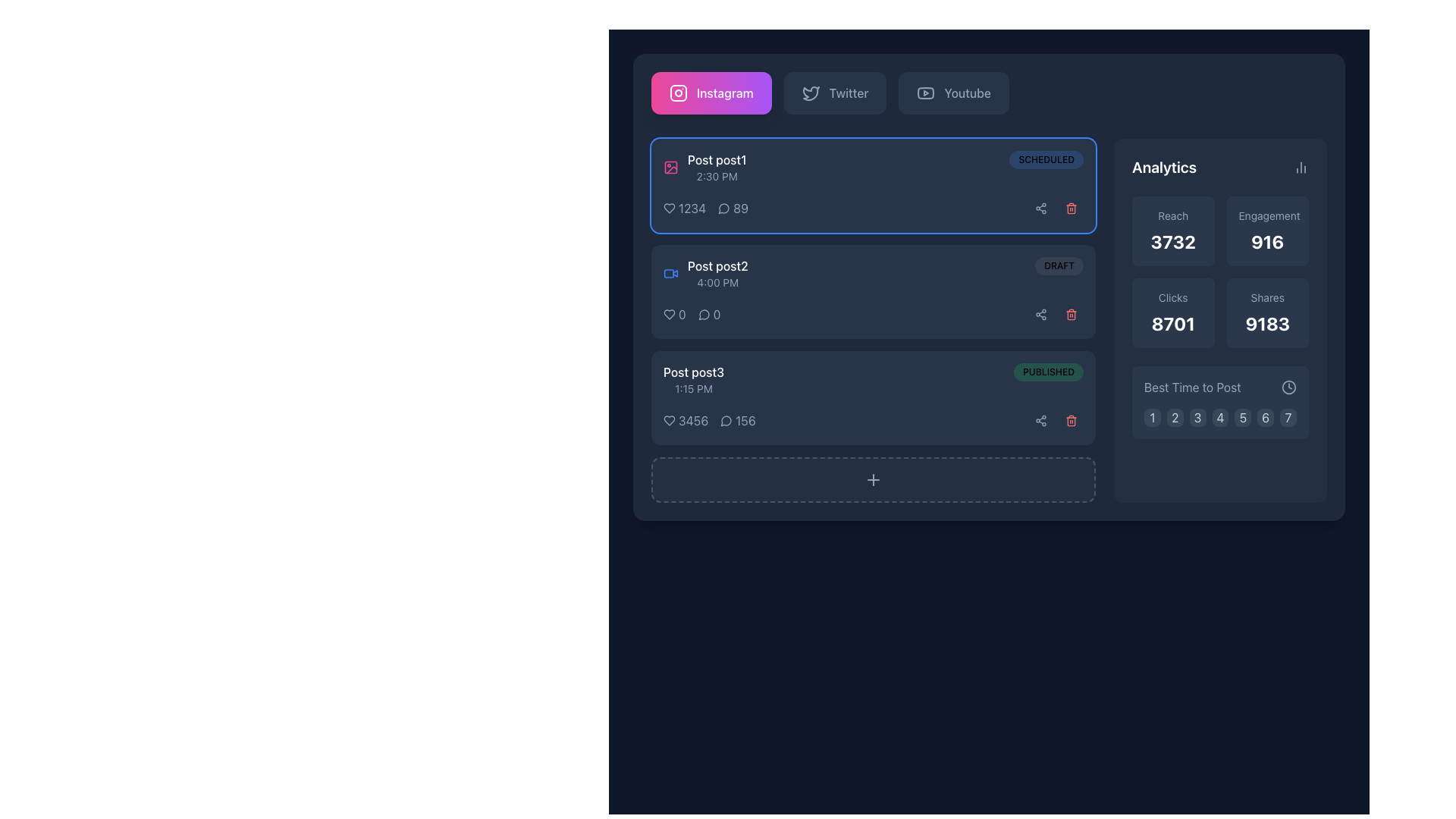 This screenshot has height=819, width=1456. What do you see at coordinates (1243, 418) in the screenshot?
I see `the fifth button labeled '5' in the 'Best Time to Post' section` at bounding box center [1243, 418].